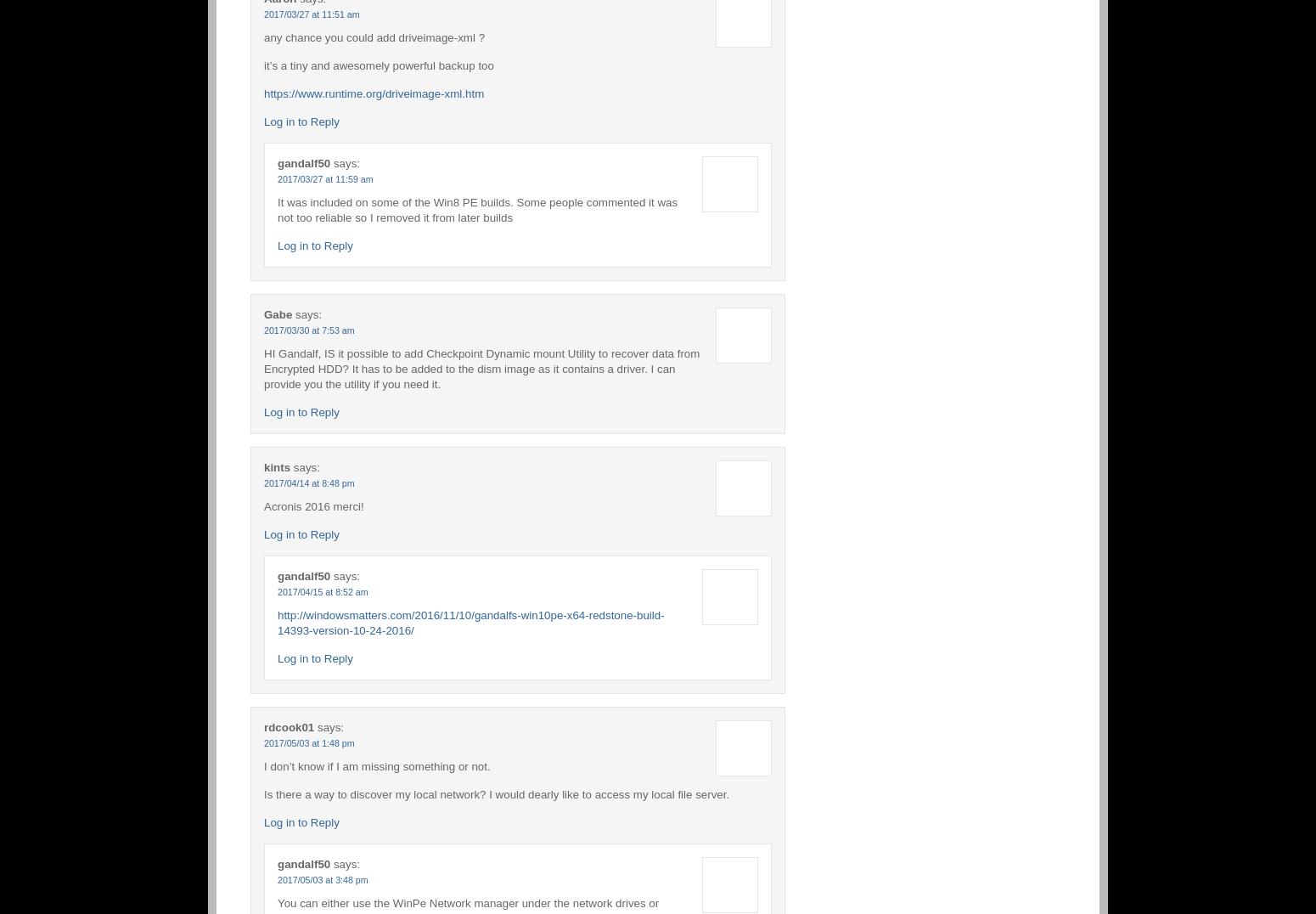 The image size is (1316, 914). I want to click on 'HI Gandalf, IS it possible to add Checkpoint Dynamic mount Utility to recover data from Encrypted HDD? It has to be added to the dism image as it contains a driver. I can provide you the utility if you need it.', so click(263, 368).